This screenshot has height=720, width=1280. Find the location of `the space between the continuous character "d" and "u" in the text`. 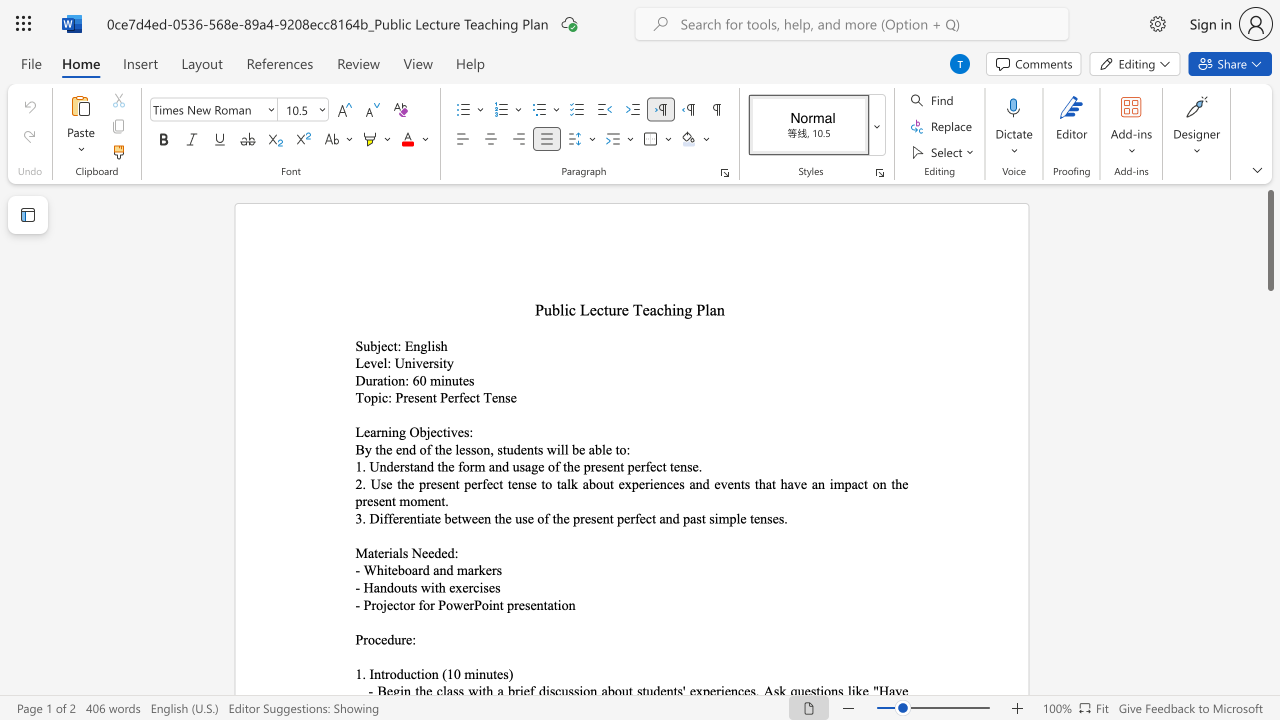

the space between the continuous character "d" and "u" in the text is located at coordinates (402, 674).